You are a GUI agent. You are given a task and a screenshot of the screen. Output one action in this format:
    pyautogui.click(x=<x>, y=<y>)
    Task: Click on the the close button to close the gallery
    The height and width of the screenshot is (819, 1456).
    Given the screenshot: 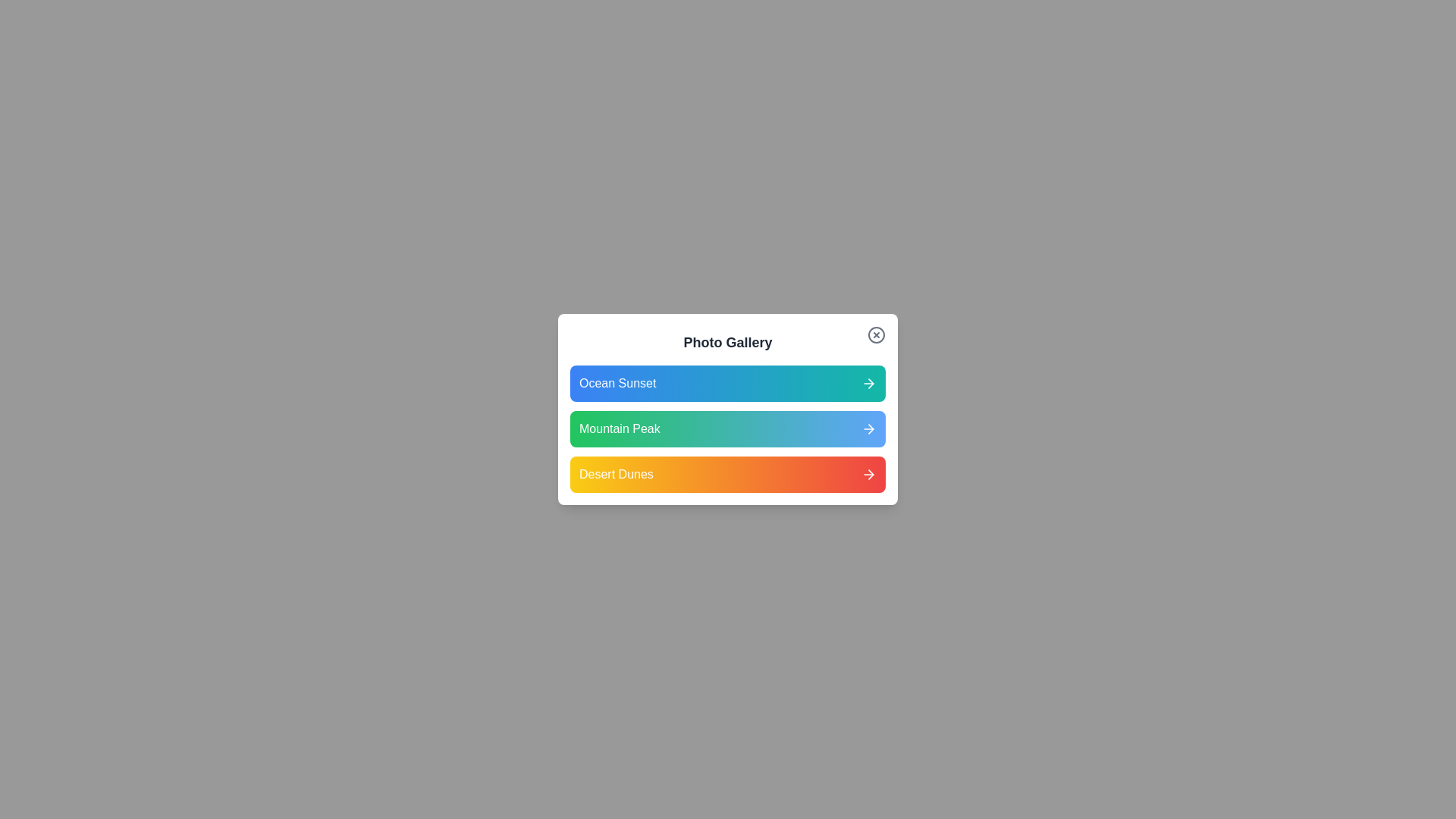 What is the action you would take?
    pyautogui.click(x=877, y=334)
    